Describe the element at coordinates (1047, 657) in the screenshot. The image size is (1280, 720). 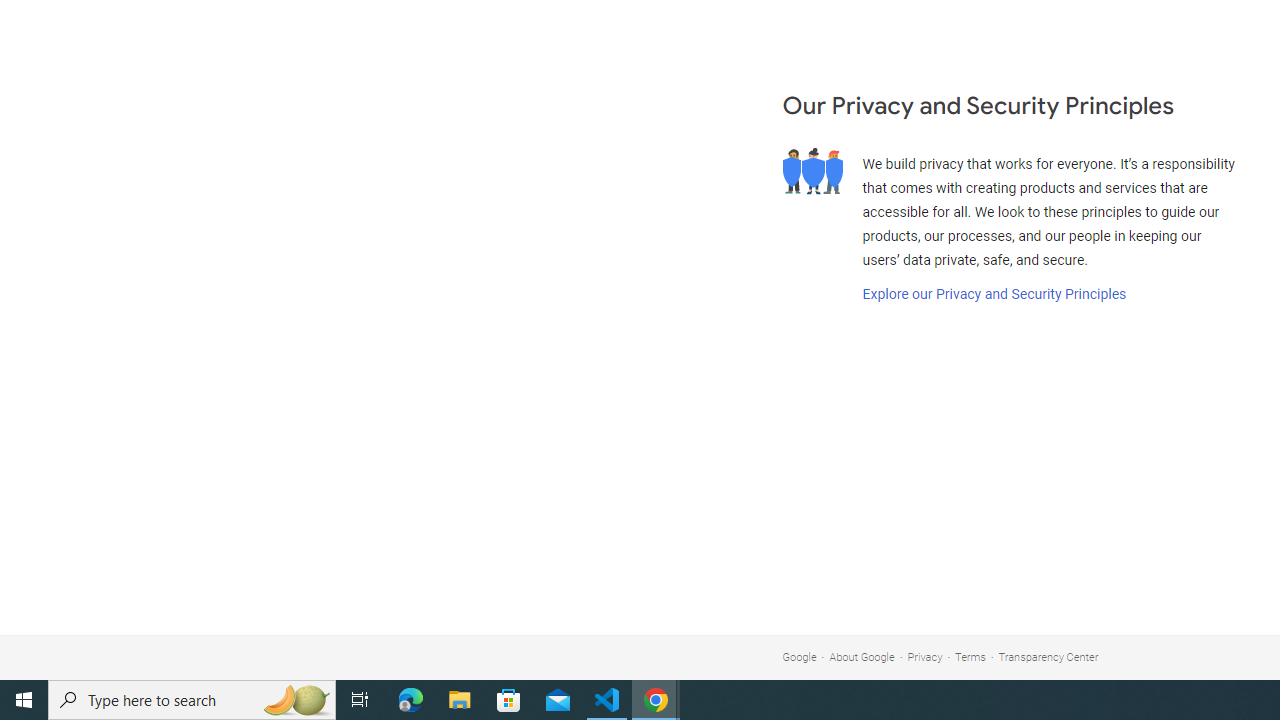
I see `'Transparency Center'` at that location.